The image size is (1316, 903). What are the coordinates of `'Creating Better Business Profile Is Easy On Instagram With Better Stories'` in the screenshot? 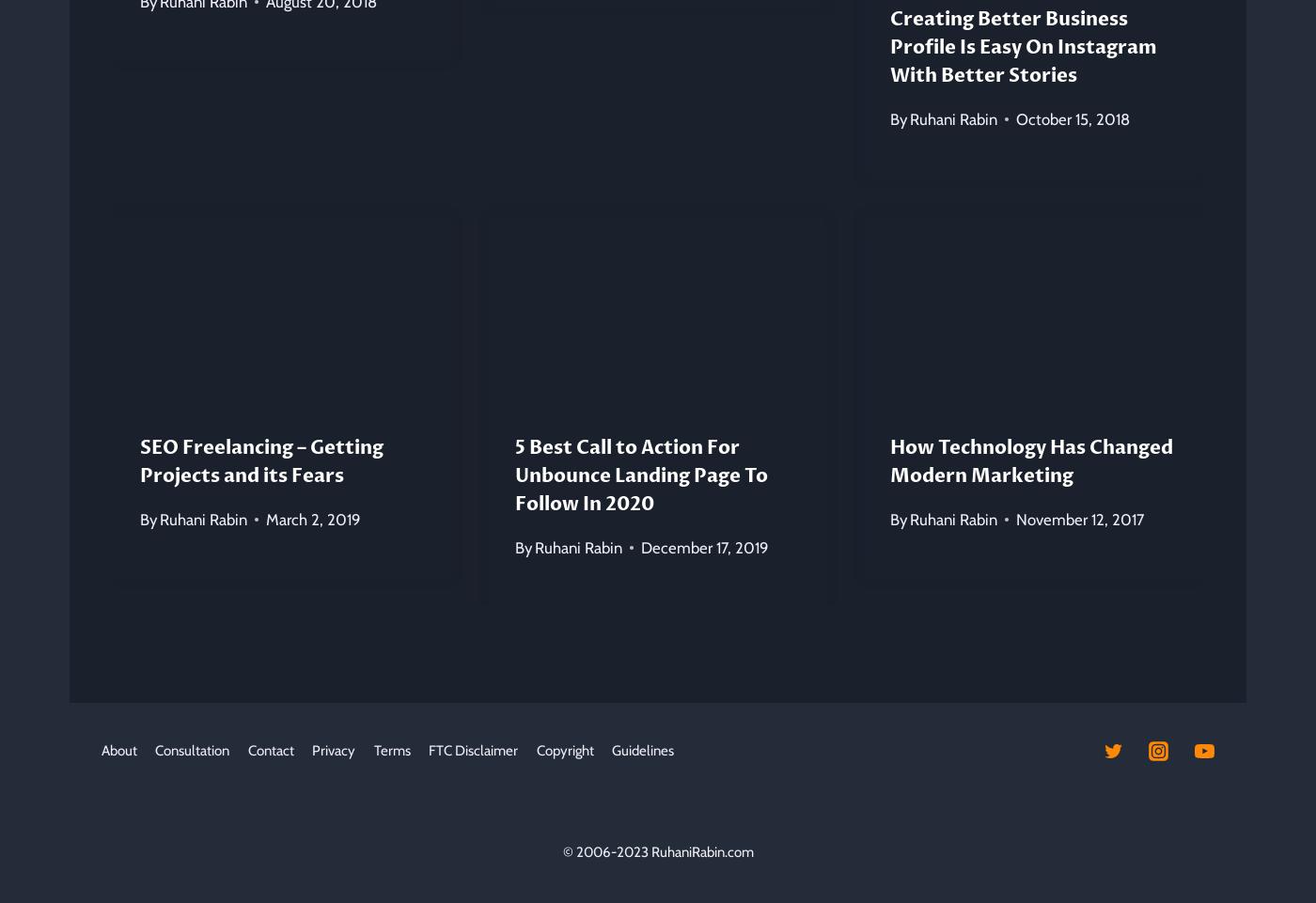 It's located at (1022, 46).